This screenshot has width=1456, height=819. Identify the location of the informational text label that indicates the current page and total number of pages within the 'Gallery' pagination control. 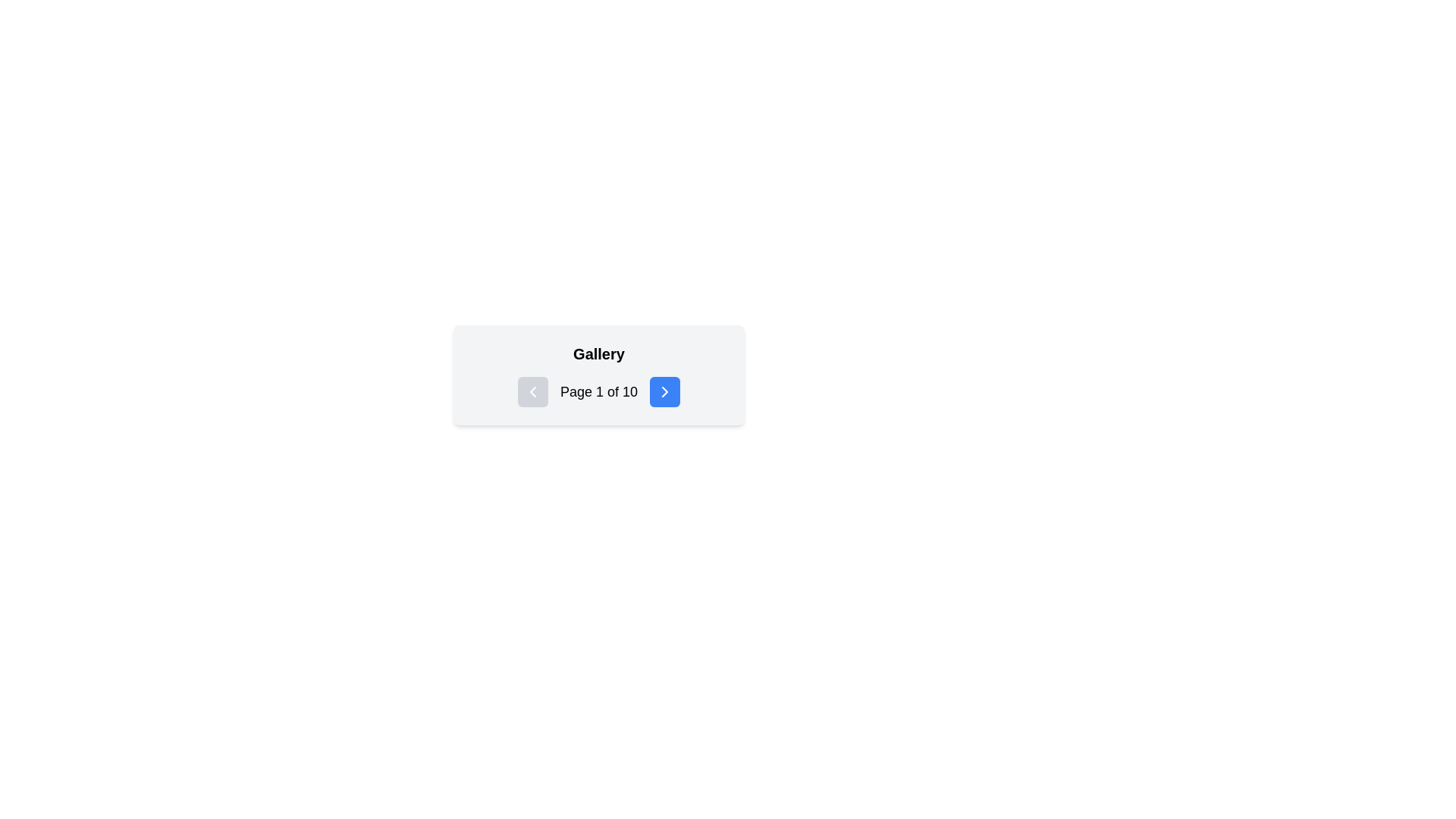
(598, 391).